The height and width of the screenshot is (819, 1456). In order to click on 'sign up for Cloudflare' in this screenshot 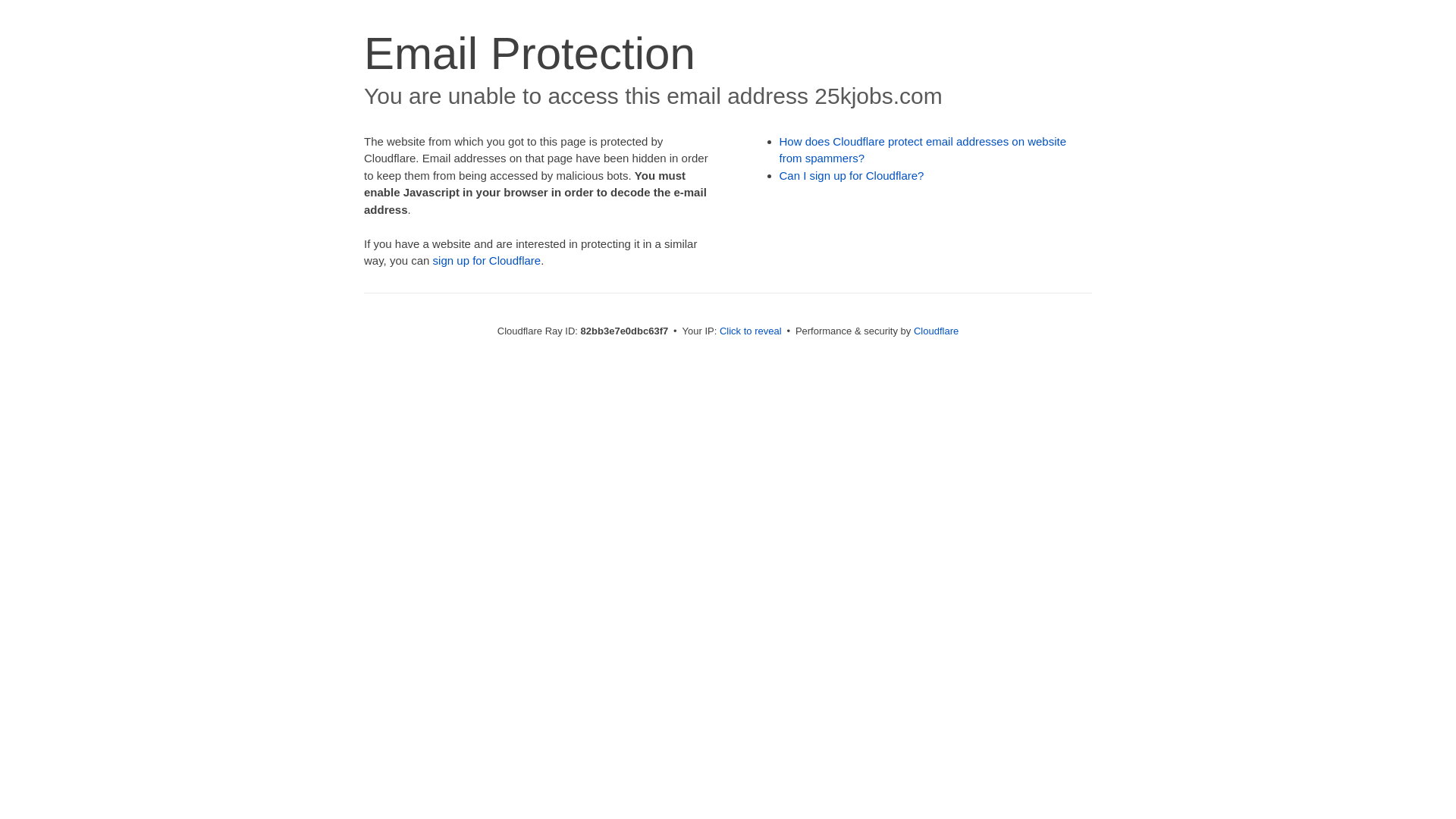, I will do `click(487, 259)`.